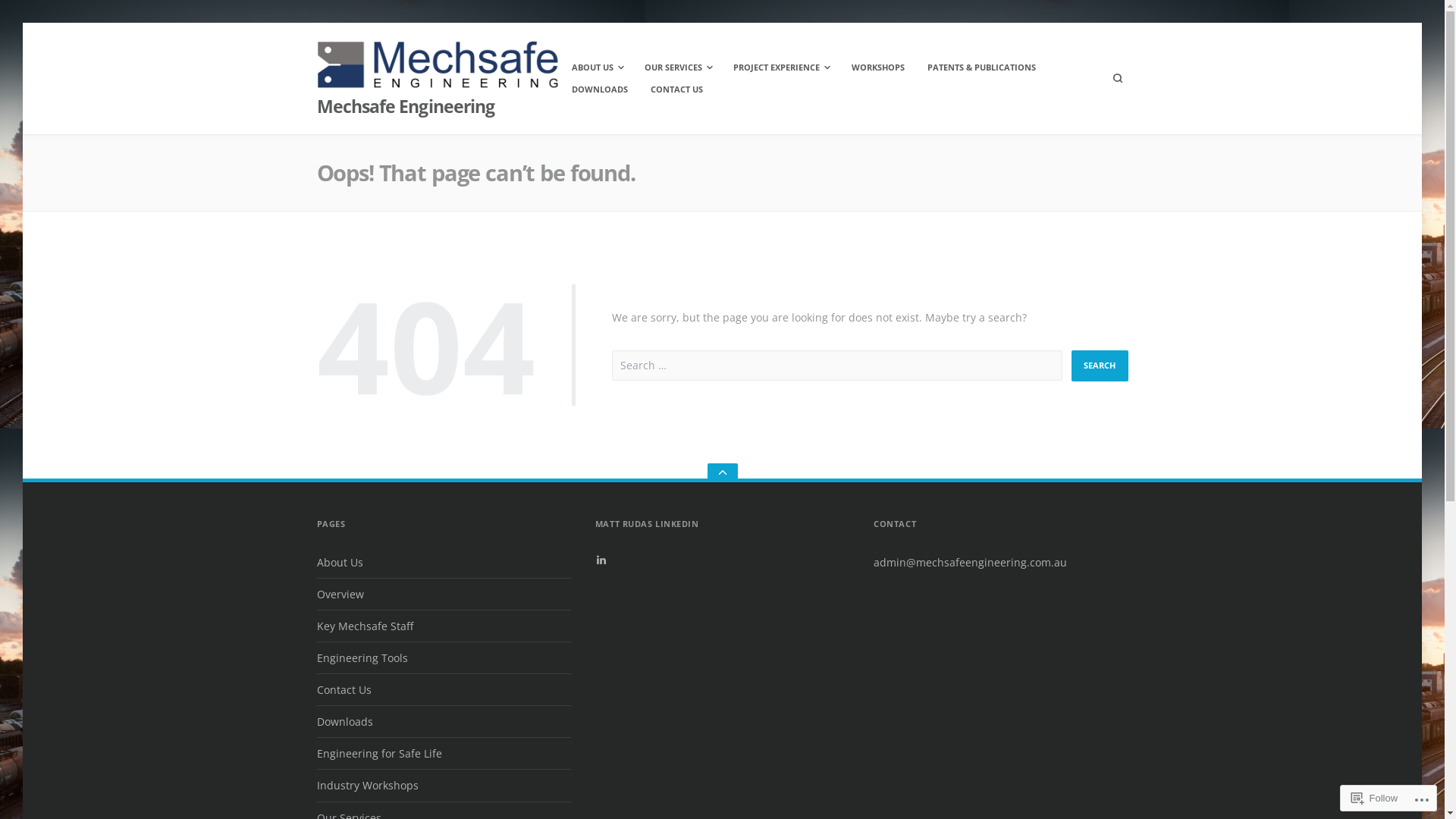 The image size is (1456, 819). What do you see at coordinates (340, 593) in the screenshot?
I see `'Overview'` at bounding box center [340, 593].